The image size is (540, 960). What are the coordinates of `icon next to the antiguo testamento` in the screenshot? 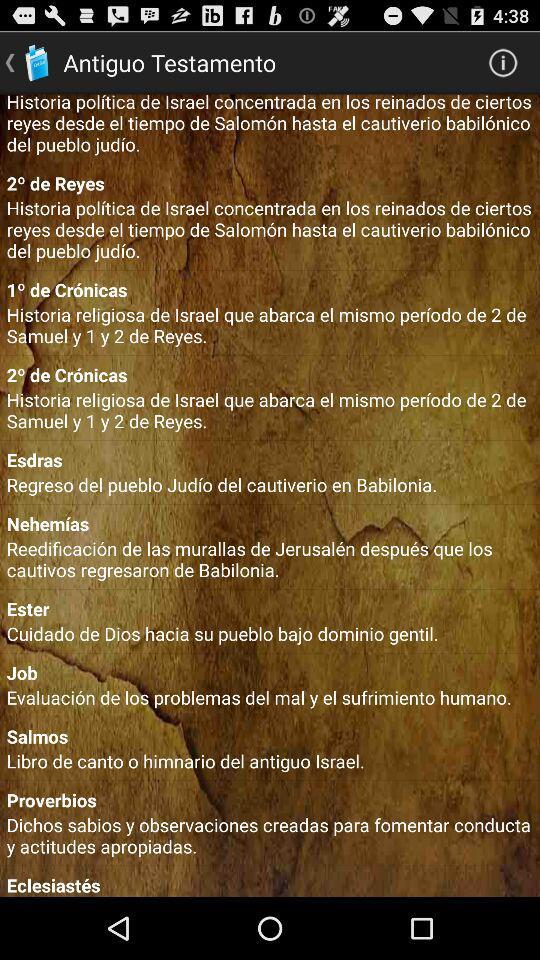 It's located at (502, 62).